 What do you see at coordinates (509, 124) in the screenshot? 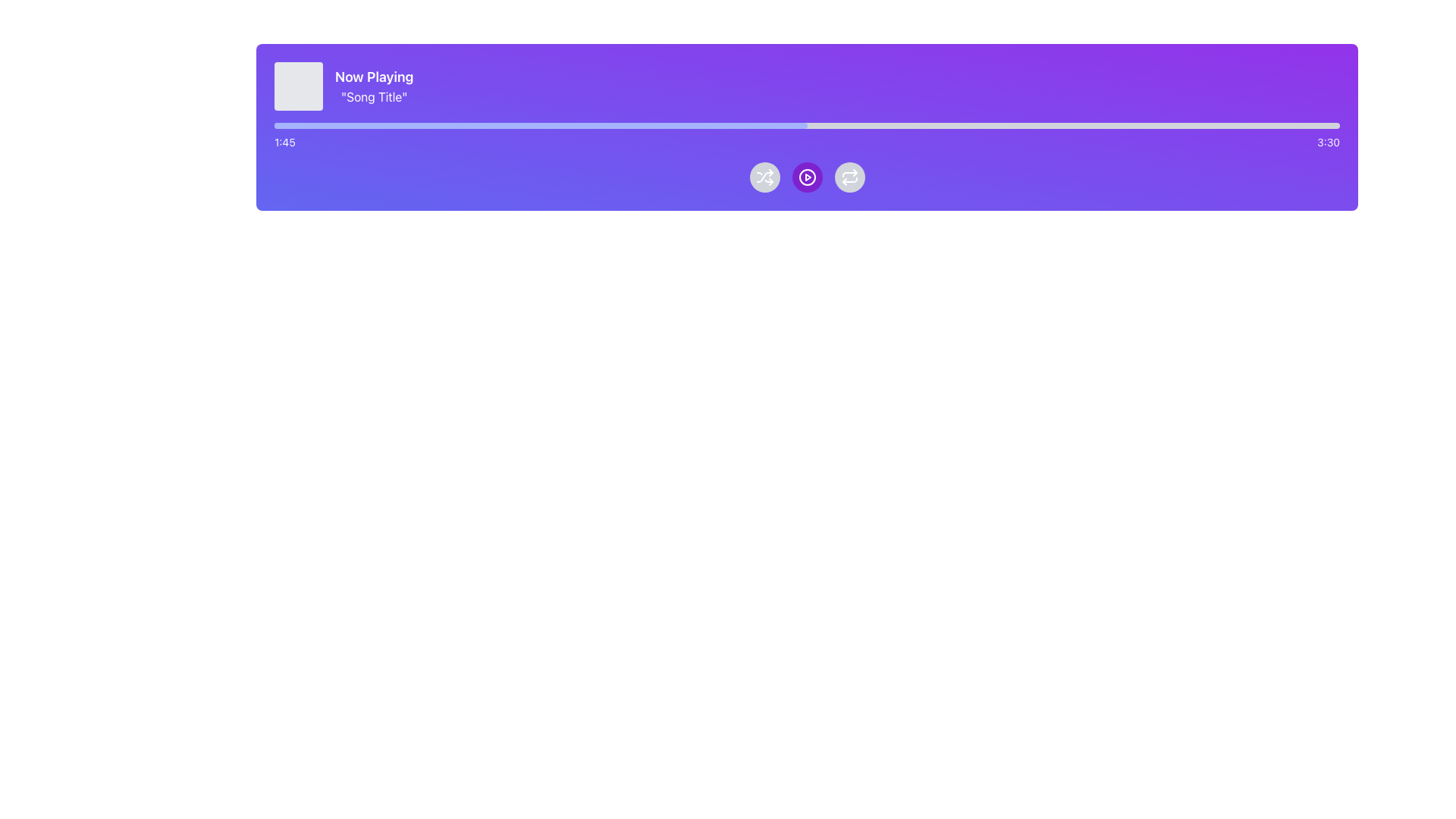
I see `playback progress` at bounding box center [509, 124].